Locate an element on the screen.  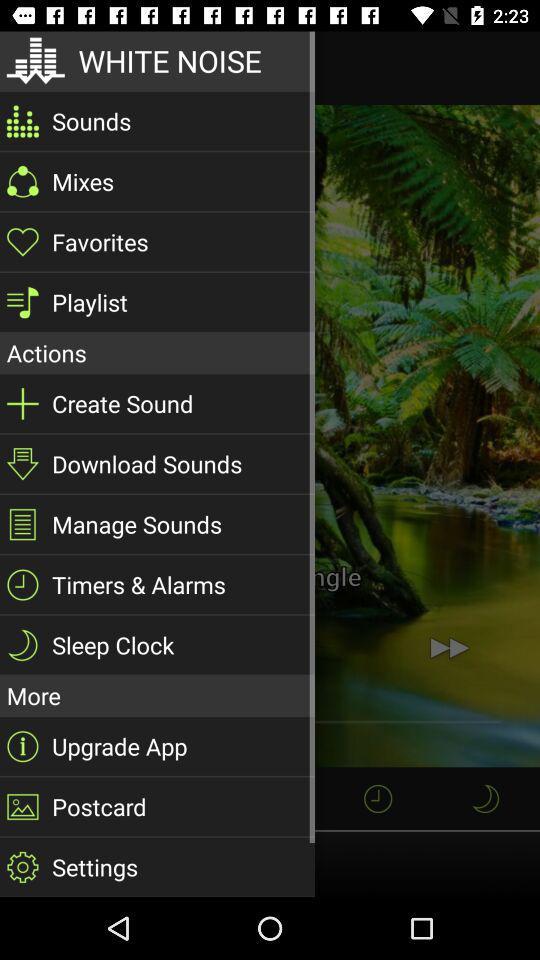
the av_forward icon is located at coordinates (449, 647).